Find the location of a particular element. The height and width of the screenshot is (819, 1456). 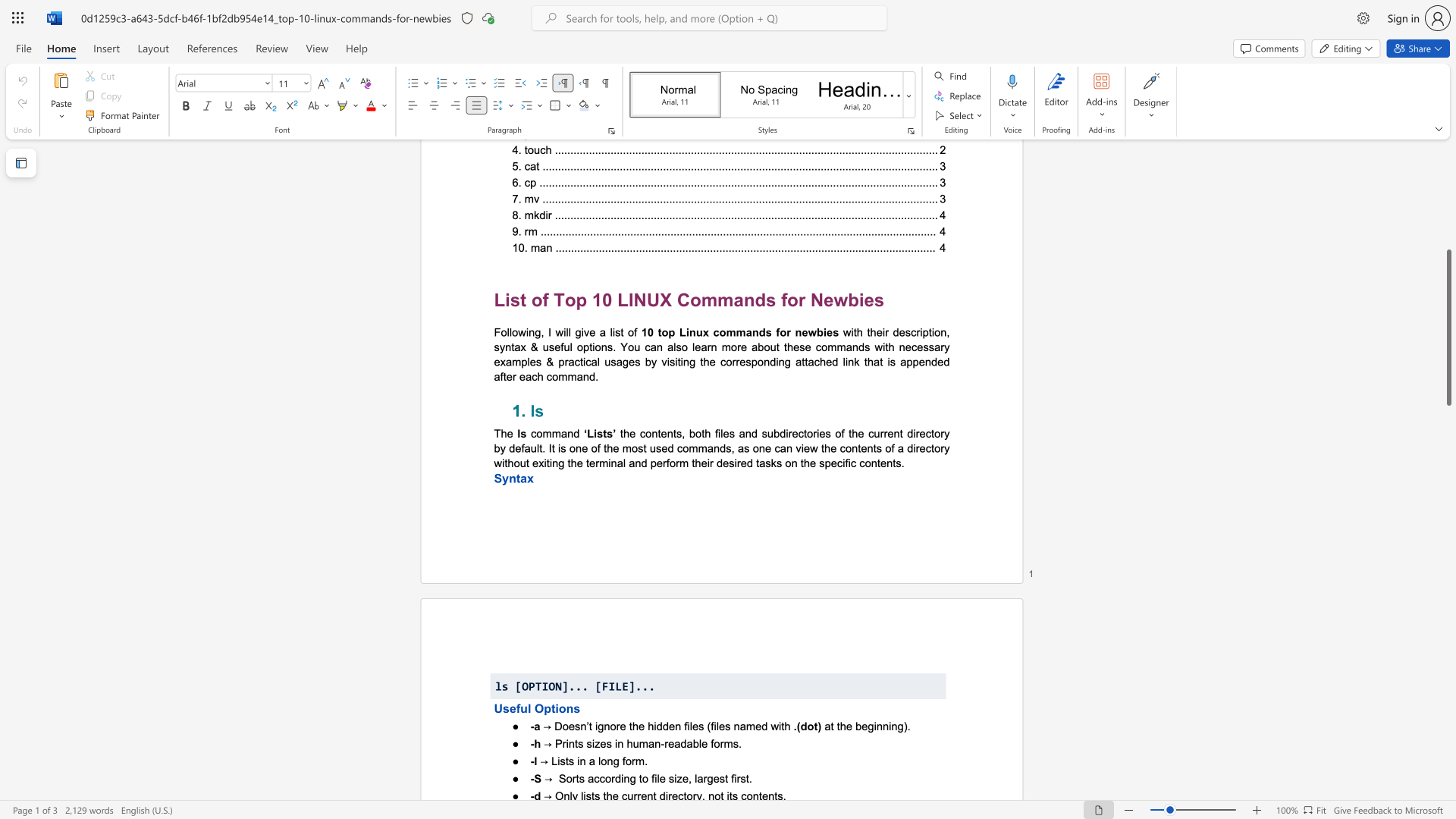

the scrollbar to scroll the page up is located at coordinates (1448, 271).